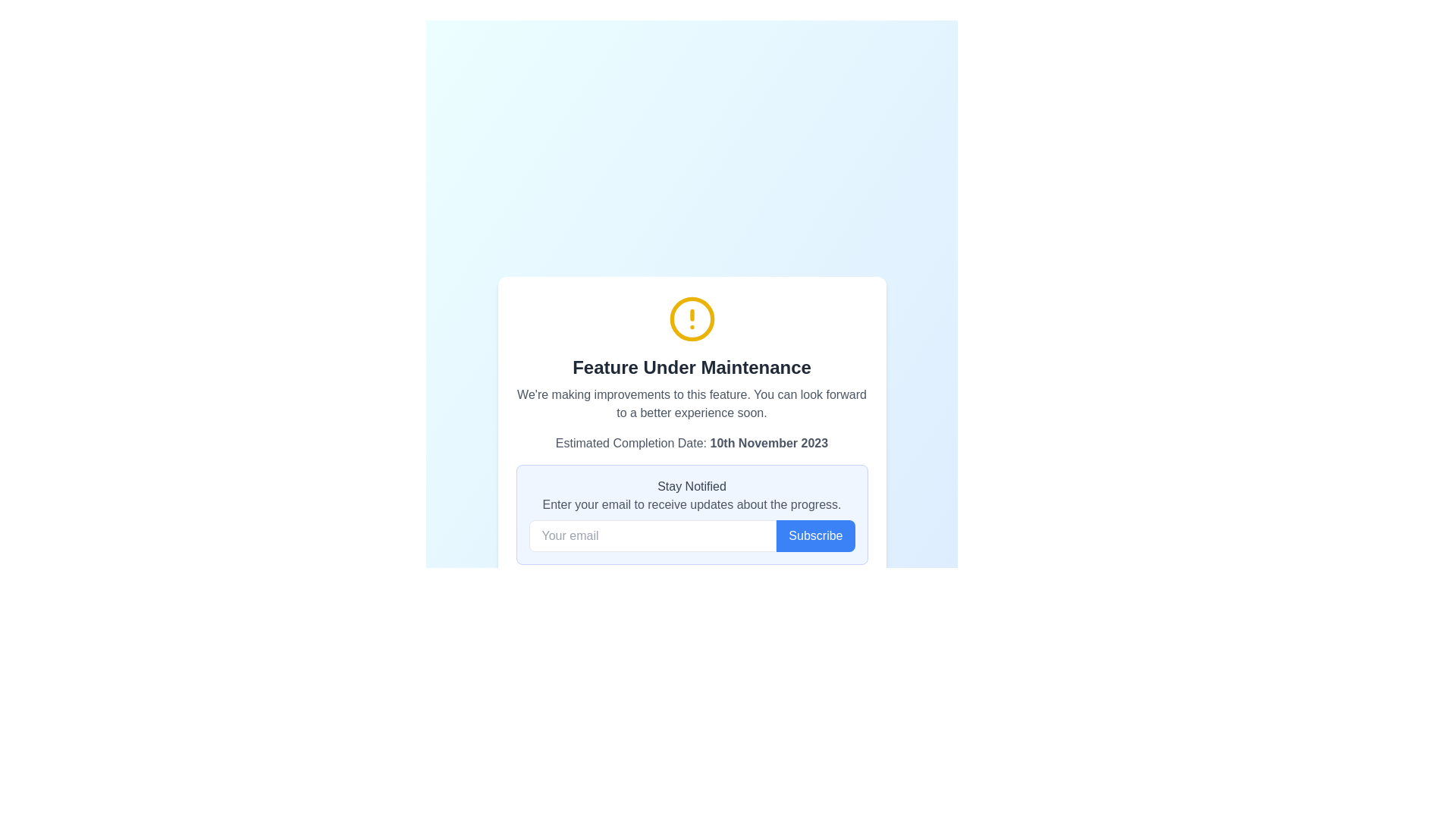  I want to click on the circular alert icon with a yellow outline containing an exclamation mark, located at the top of the modal above the title 'Feature Under Maintenance', so click(691, 318).